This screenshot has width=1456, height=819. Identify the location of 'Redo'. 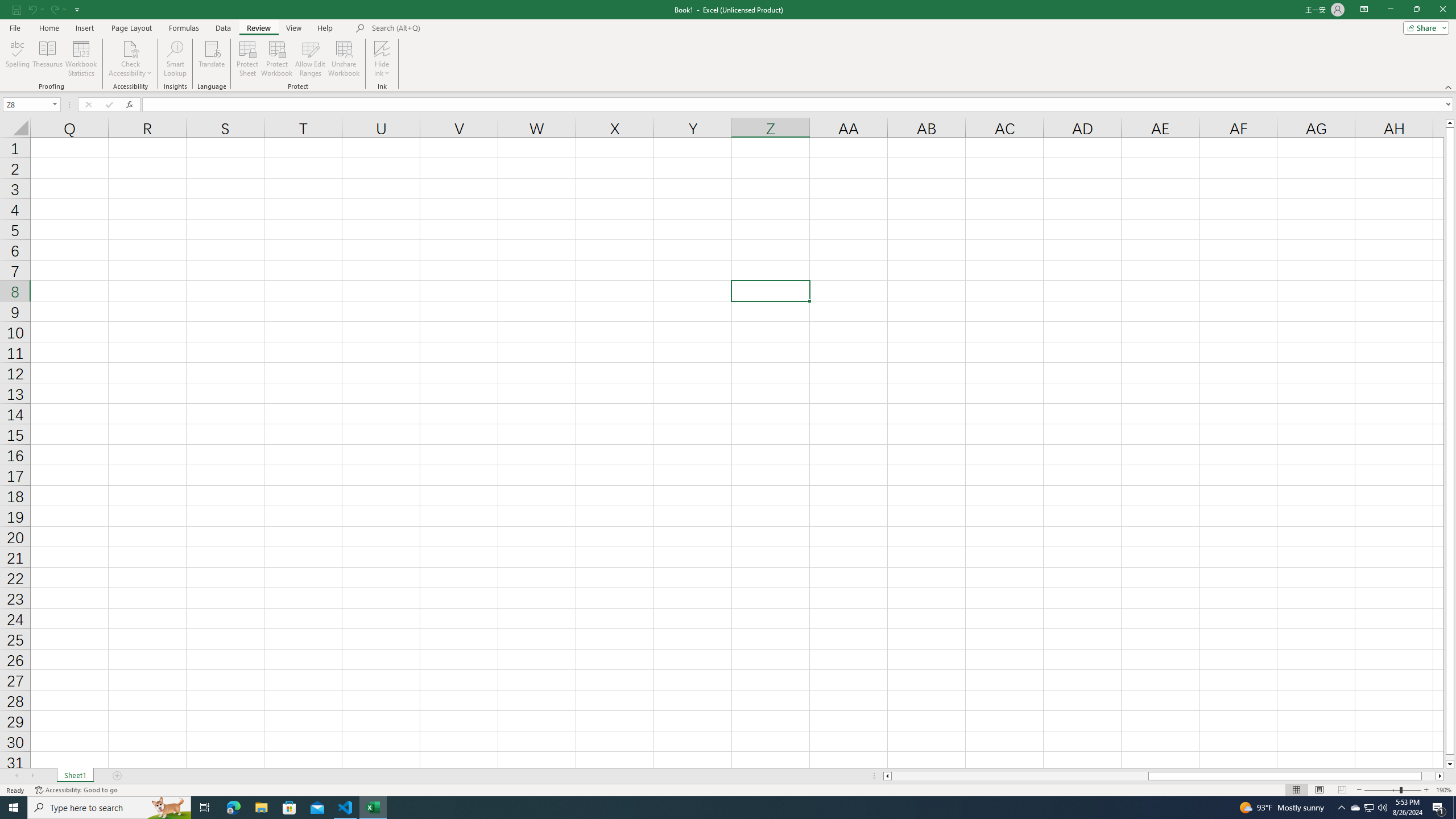
(57, 9).